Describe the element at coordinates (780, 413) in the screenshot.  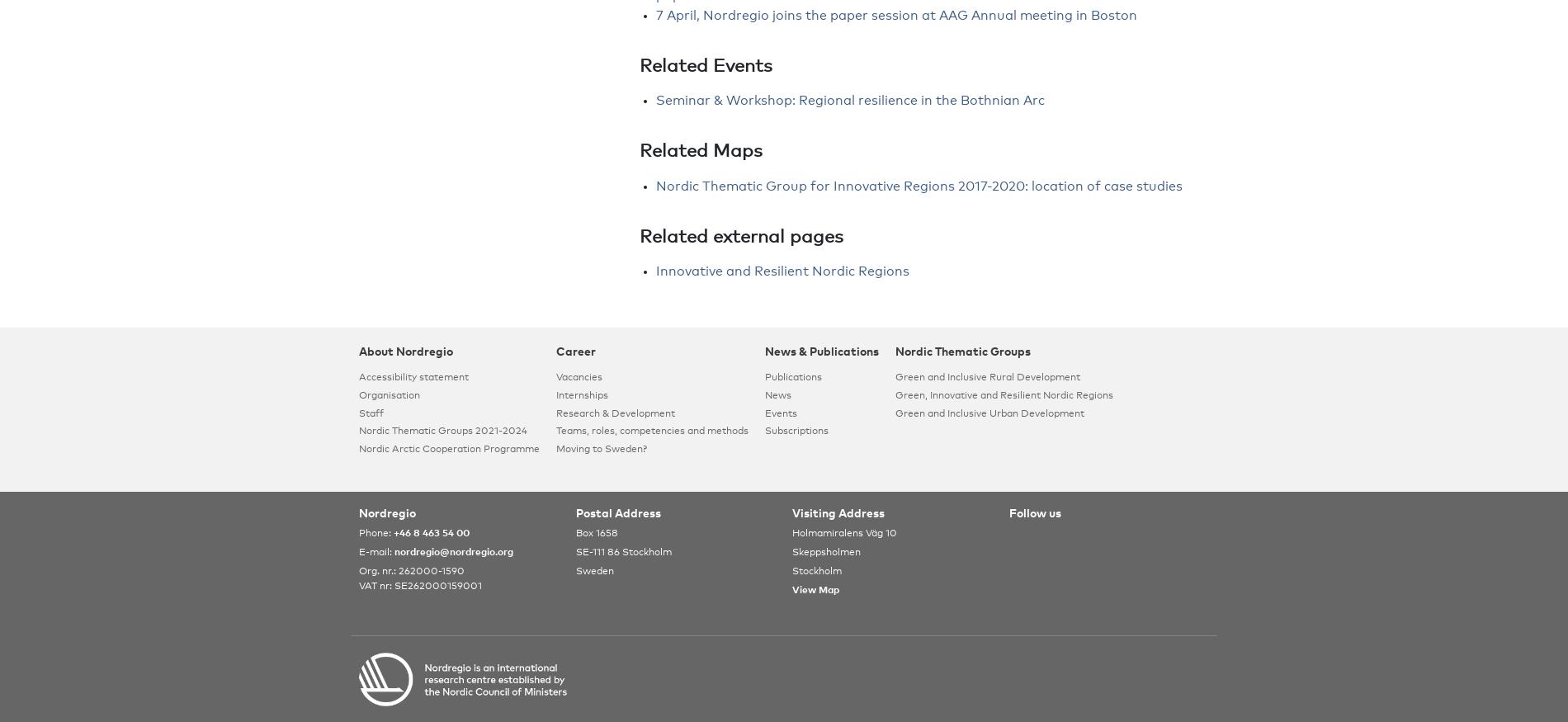
I see `'Events'` at that location.